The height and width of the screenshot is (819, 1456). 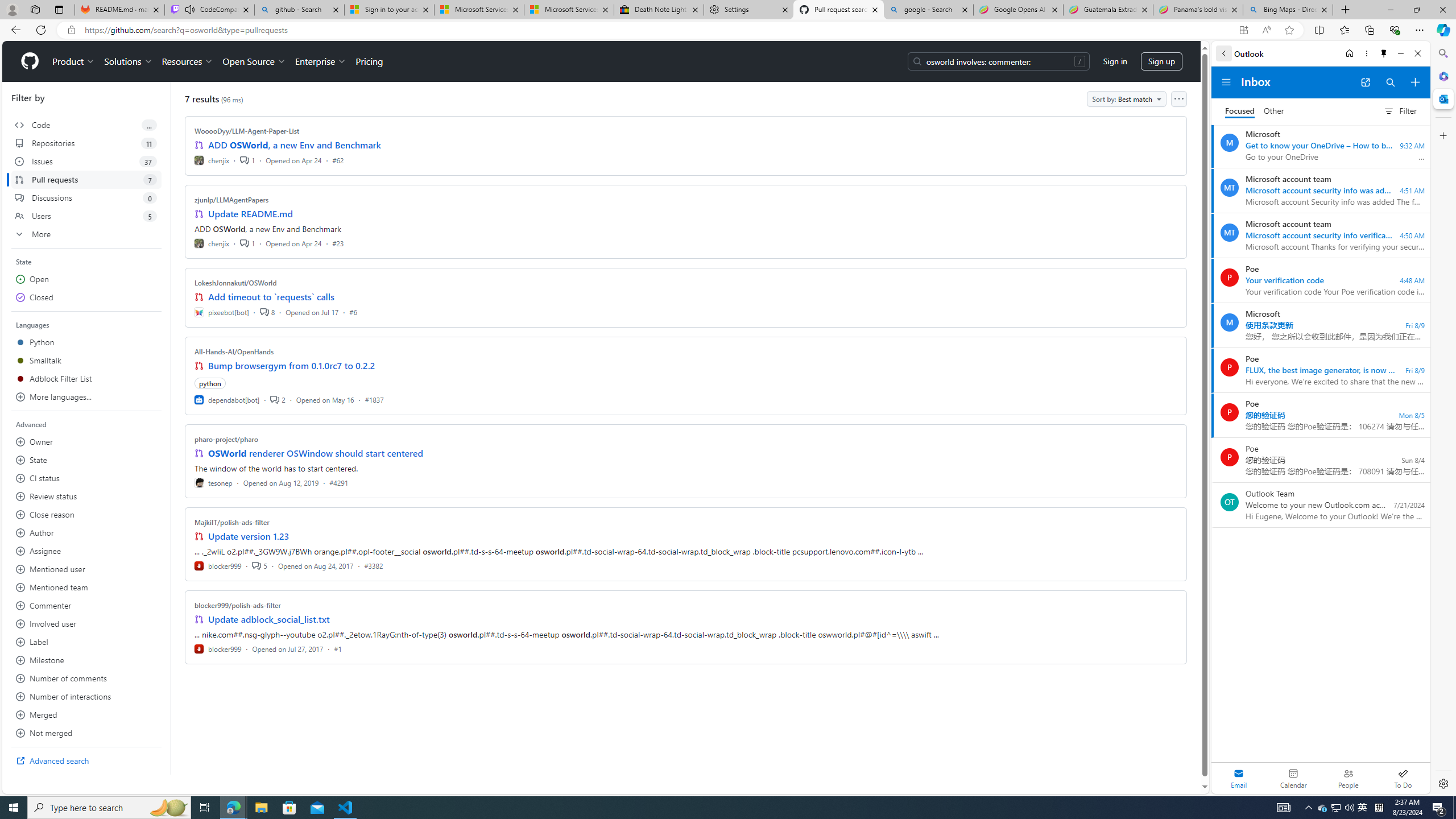 What do you see at coordinates (1400, 111) in the screenshot?
I see `'Filter'` at bounding box center [1400, 111].